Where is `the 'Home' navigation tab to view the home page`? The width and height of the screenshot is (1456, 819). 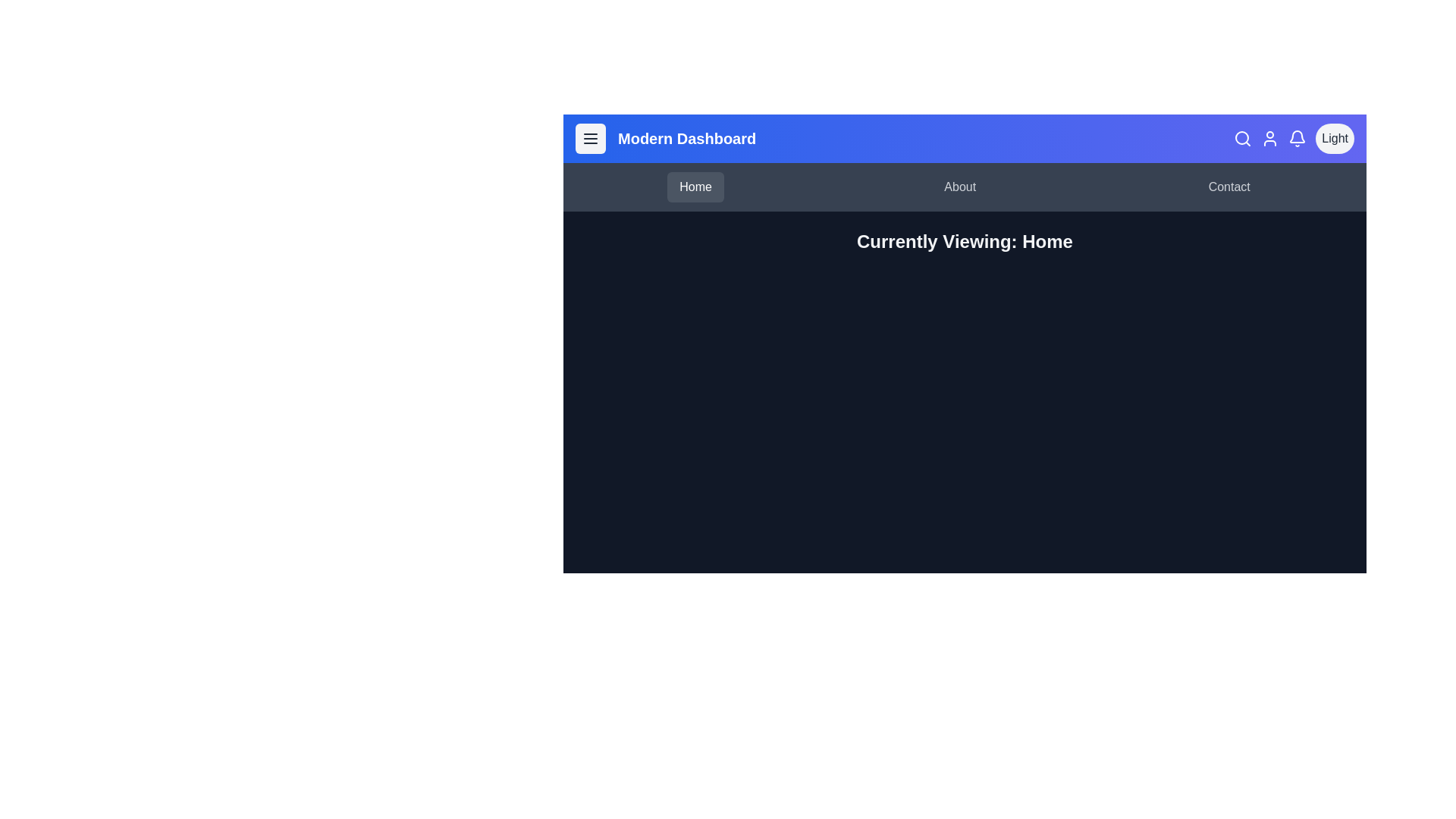
the 'Home' navigation tab to view the home page is located at coordinates (695, 186).